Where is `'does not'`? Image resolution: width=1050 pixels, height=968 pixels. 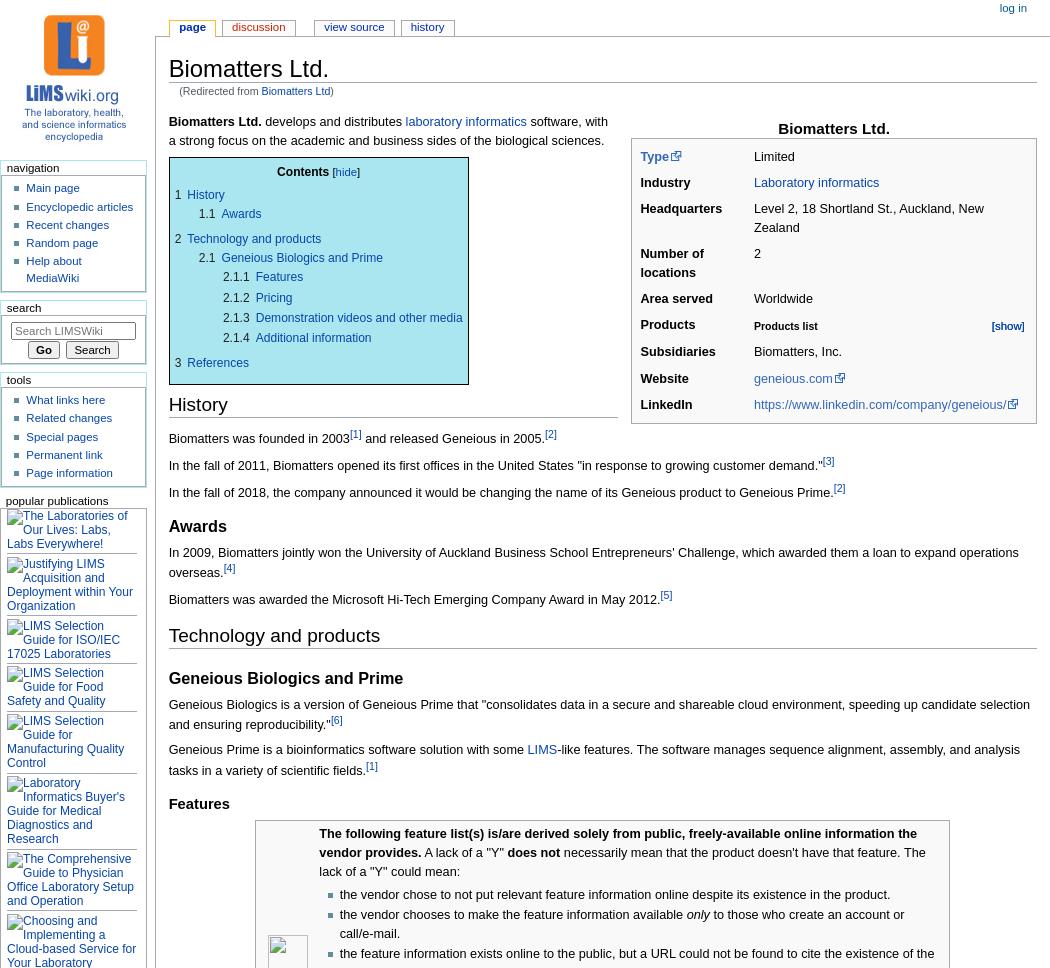
'does not' is located at coordinates (533, 851).